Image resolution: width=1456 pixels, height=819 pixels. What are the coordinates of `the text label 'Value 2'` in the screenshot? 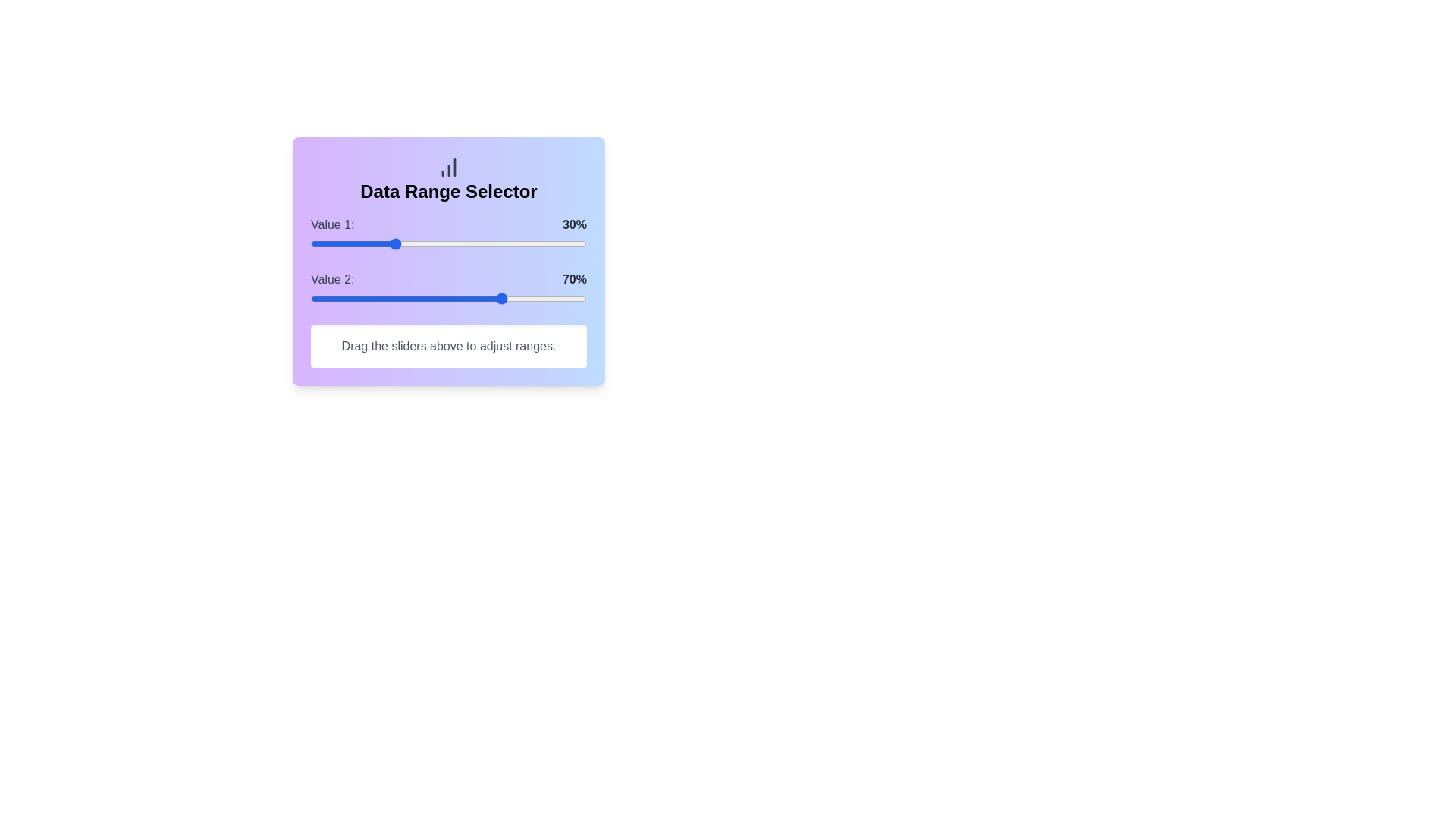 It's located at (331, 280).